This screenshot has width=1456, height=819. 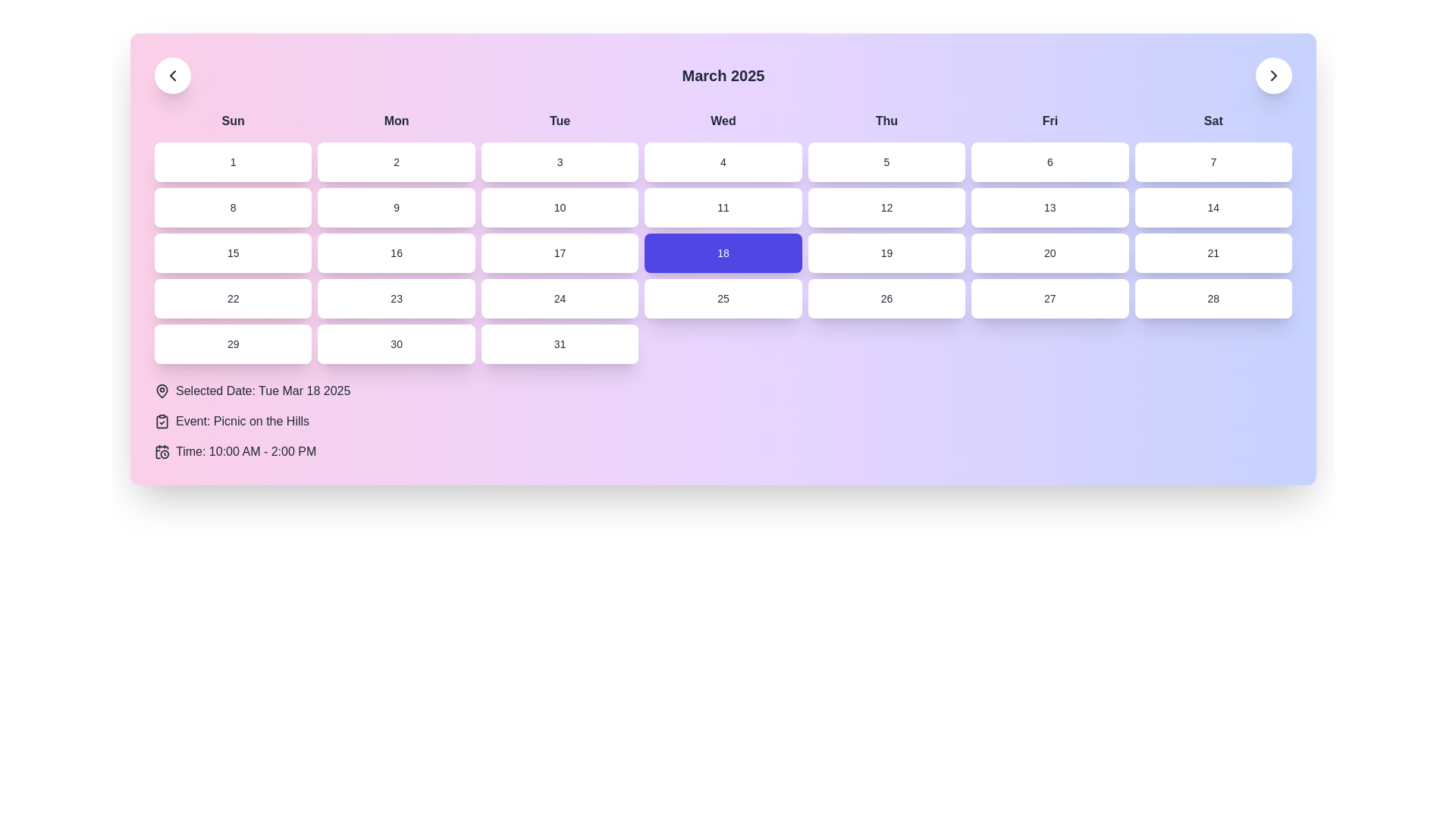 What do you see at coordinates (559, 207) in the screenshot?
I see `the calendar day button for the 10th day of the month, located in the second row and third column of the calendar view, to initiate hover effects` at bounding box center [559, 207].